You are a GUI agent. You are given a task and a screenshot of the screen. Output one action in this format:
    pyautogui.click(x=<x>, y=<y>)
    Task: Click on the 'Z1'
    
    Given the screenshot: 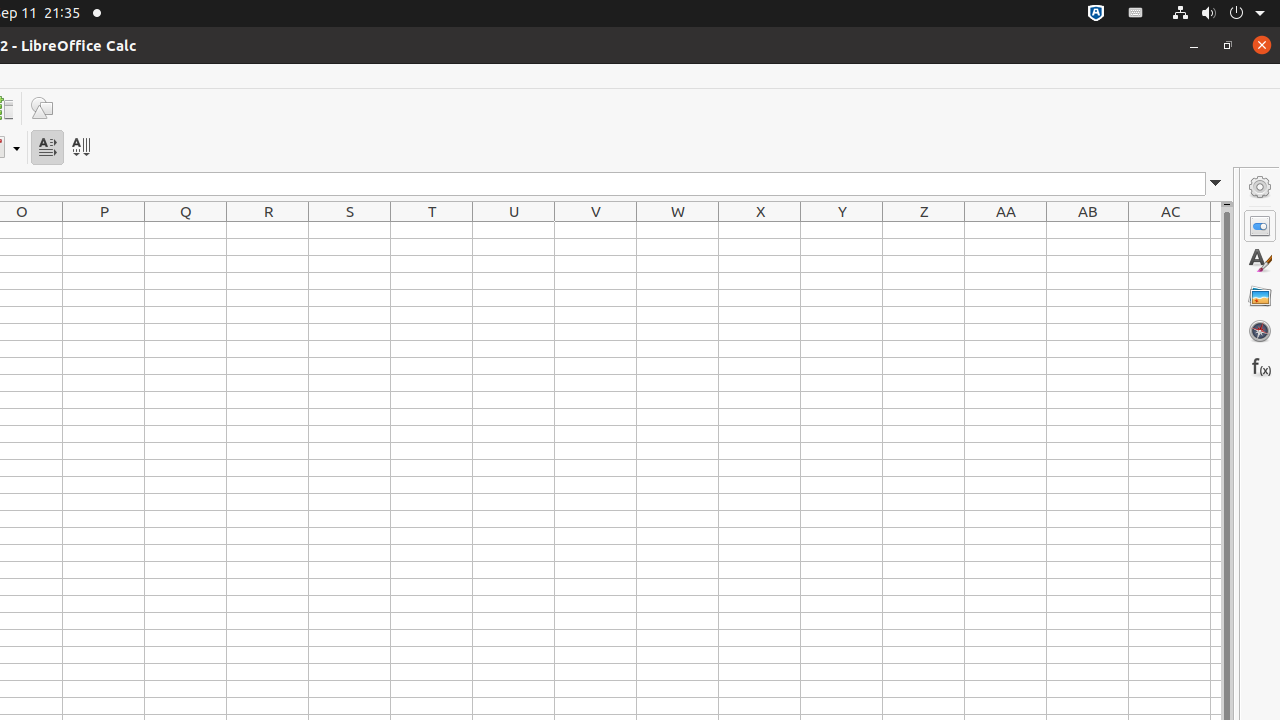 What is the action you would take?
    pyautogui.click(x=923, y=229)
    